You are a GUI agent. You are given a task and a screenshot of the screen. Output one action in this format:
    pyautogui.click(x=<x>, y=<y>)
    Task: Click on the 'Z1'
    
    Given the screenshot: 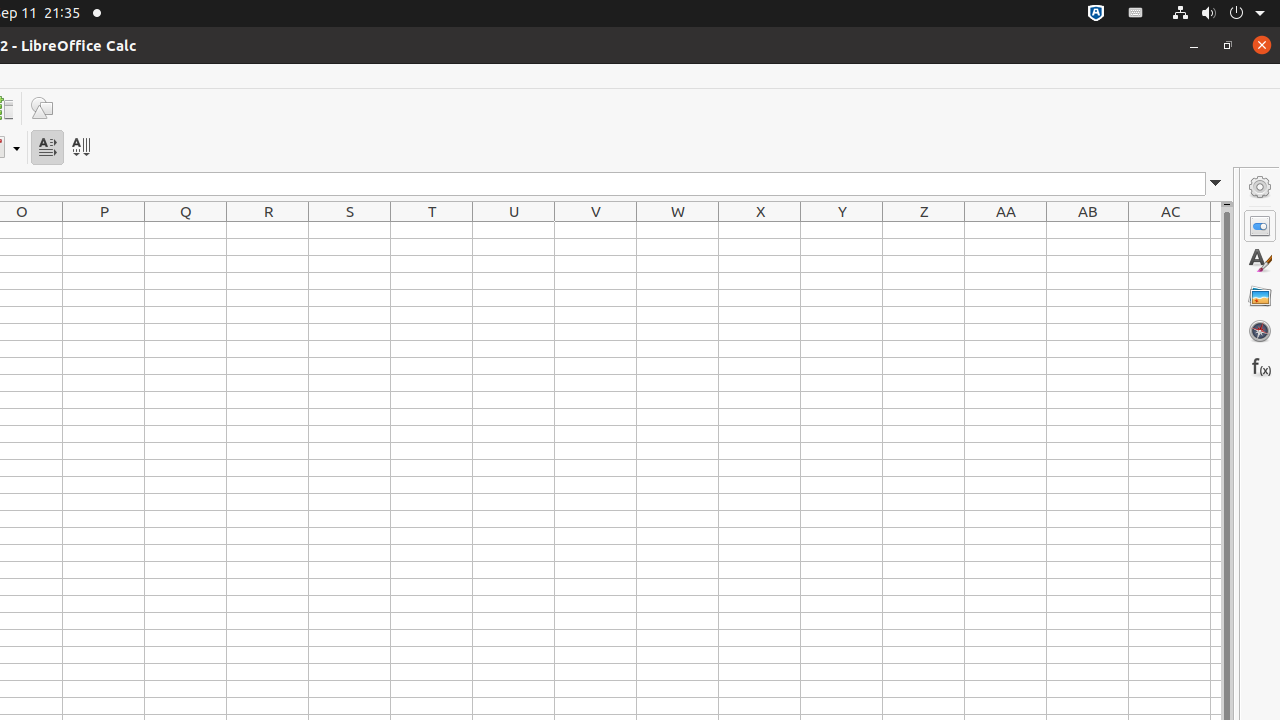 What is the action you would take?
    pyautogui.click(x=923, y=229)
    